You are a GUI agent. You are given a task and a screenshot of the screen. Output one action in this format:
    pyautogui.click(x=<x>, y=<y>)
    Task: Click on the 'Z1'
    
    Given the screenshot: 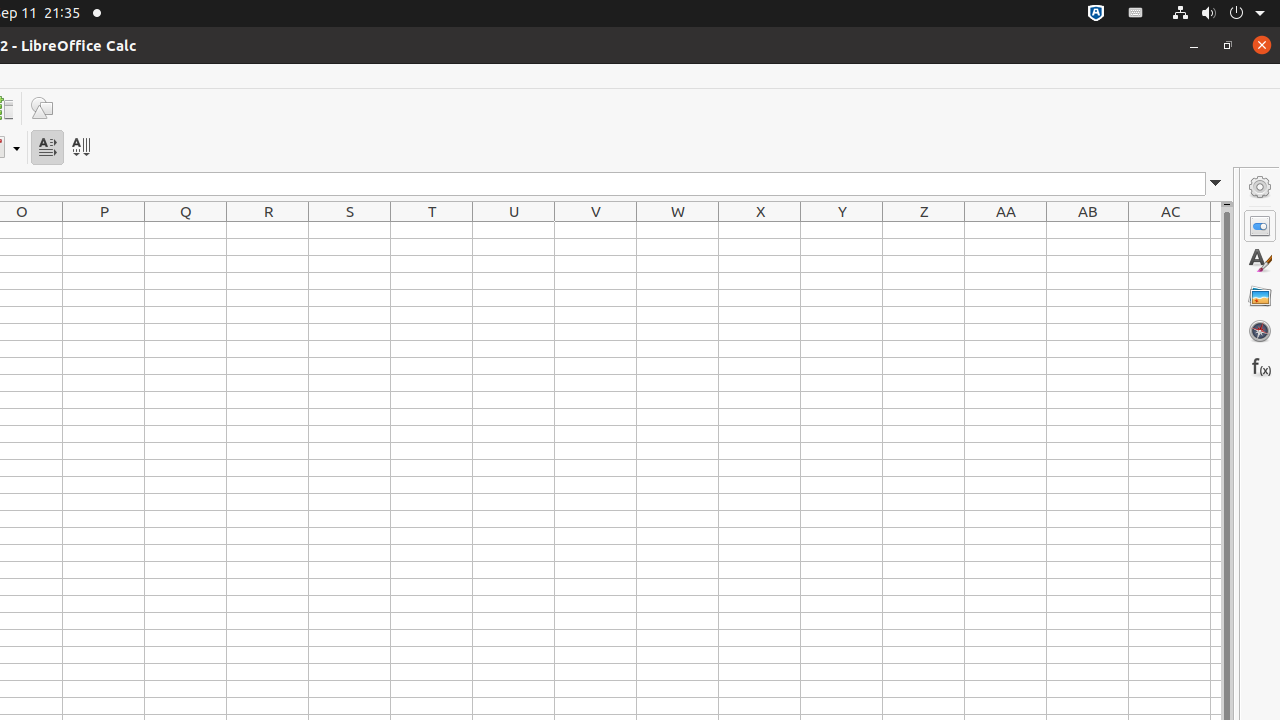 What is the action you would take?
    pyautogui.click(x=923, y=229)
    